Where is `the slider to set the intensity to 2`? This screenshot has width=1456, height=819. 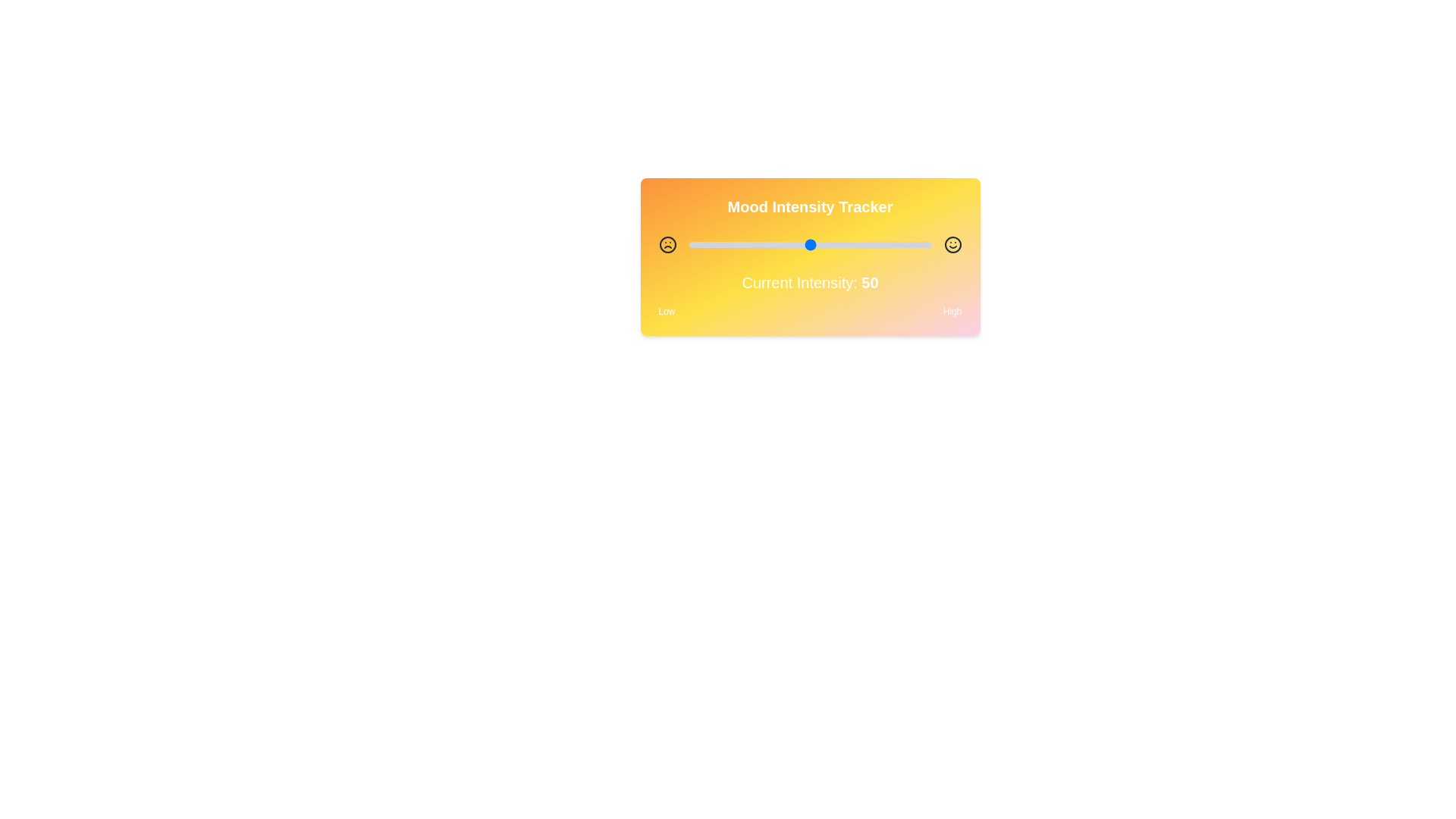
the slider to set the intensity to 2 is located at coordinates (692, 244).